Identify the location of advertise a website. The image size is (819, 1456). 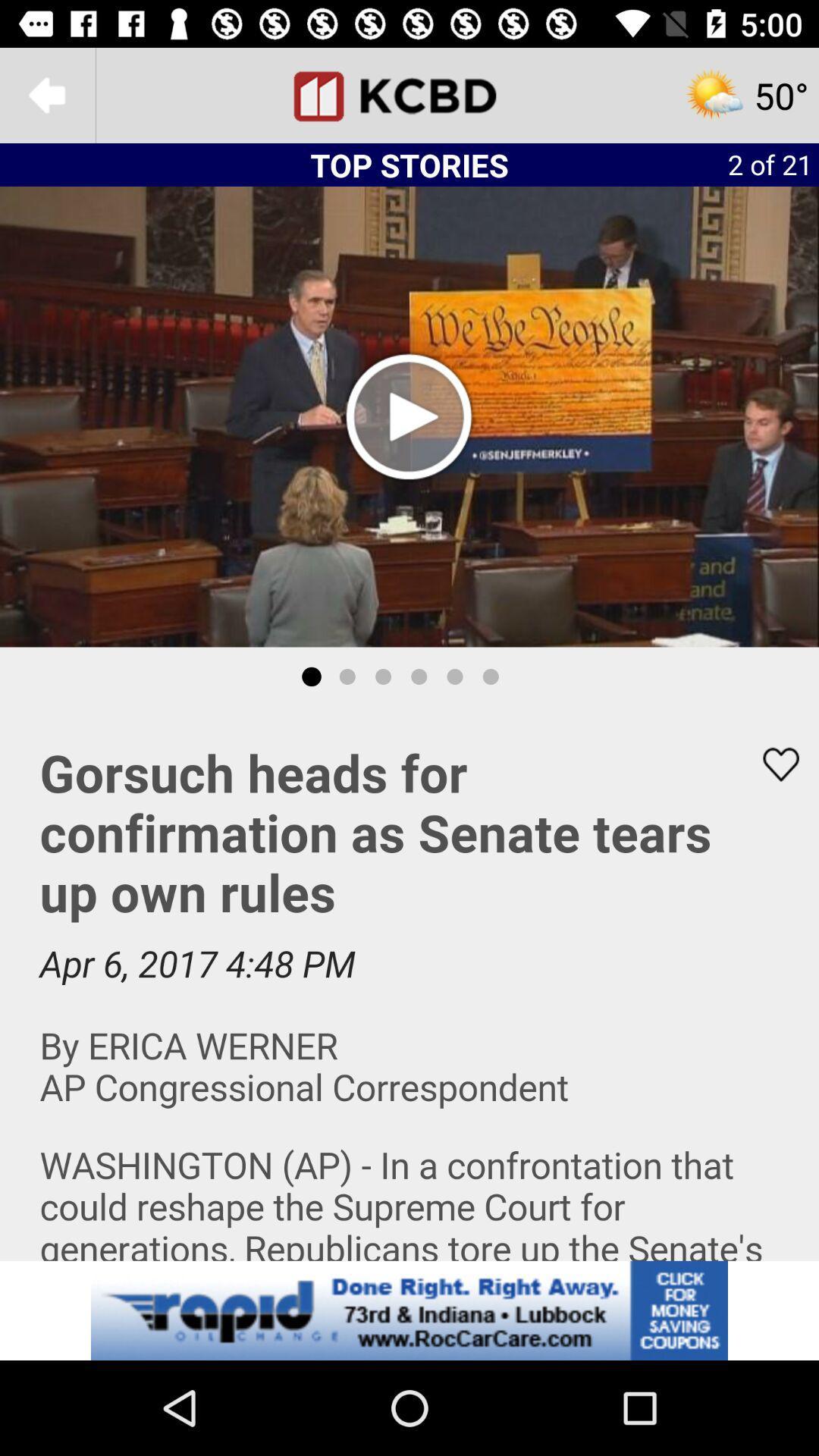
(409, 1310).